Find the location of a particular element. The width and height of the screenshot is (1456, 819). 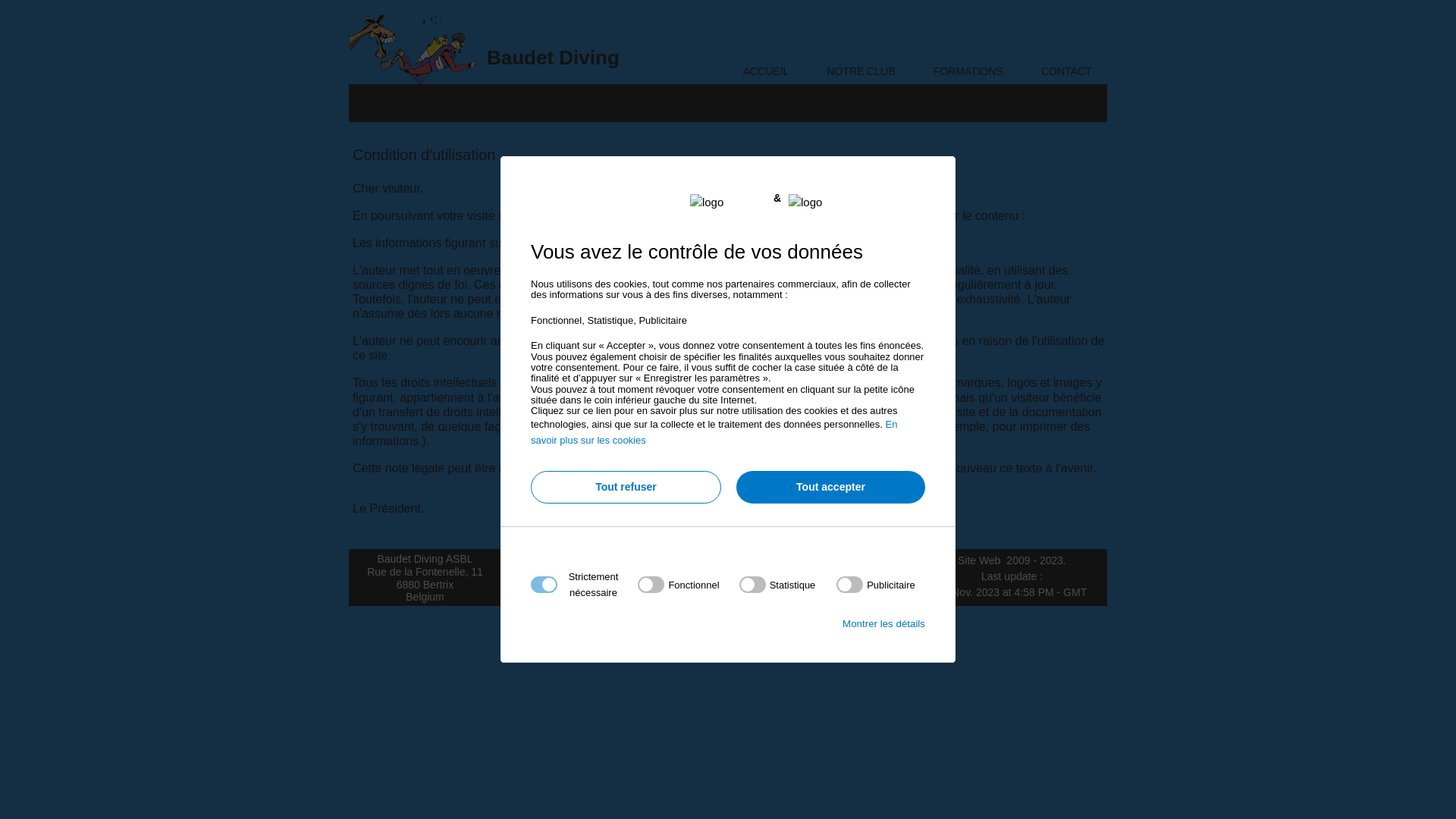

'FORMATIONS' is located at coordinates (967, 67).